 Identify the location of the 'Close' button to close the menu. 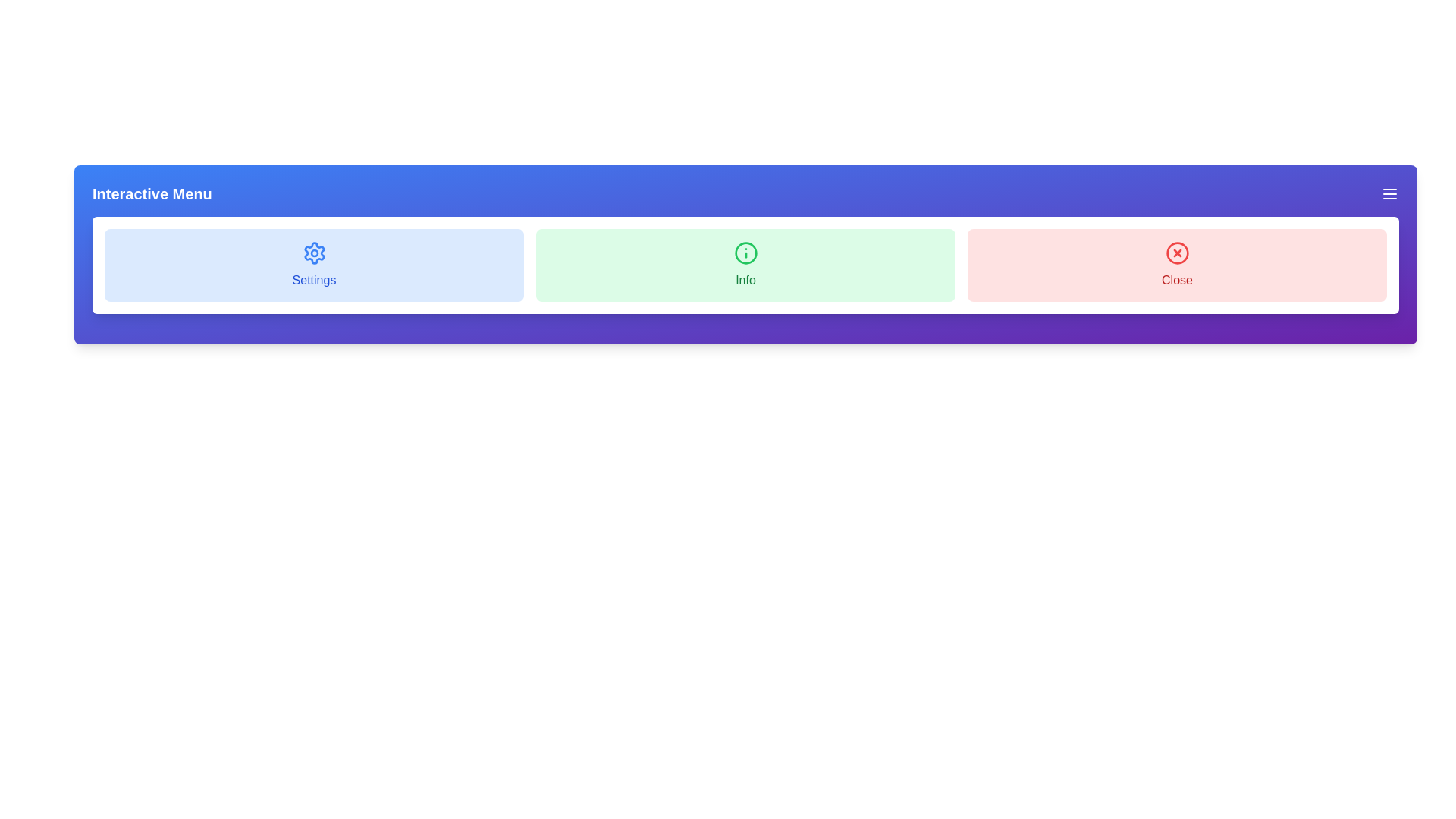
(1176, 265).